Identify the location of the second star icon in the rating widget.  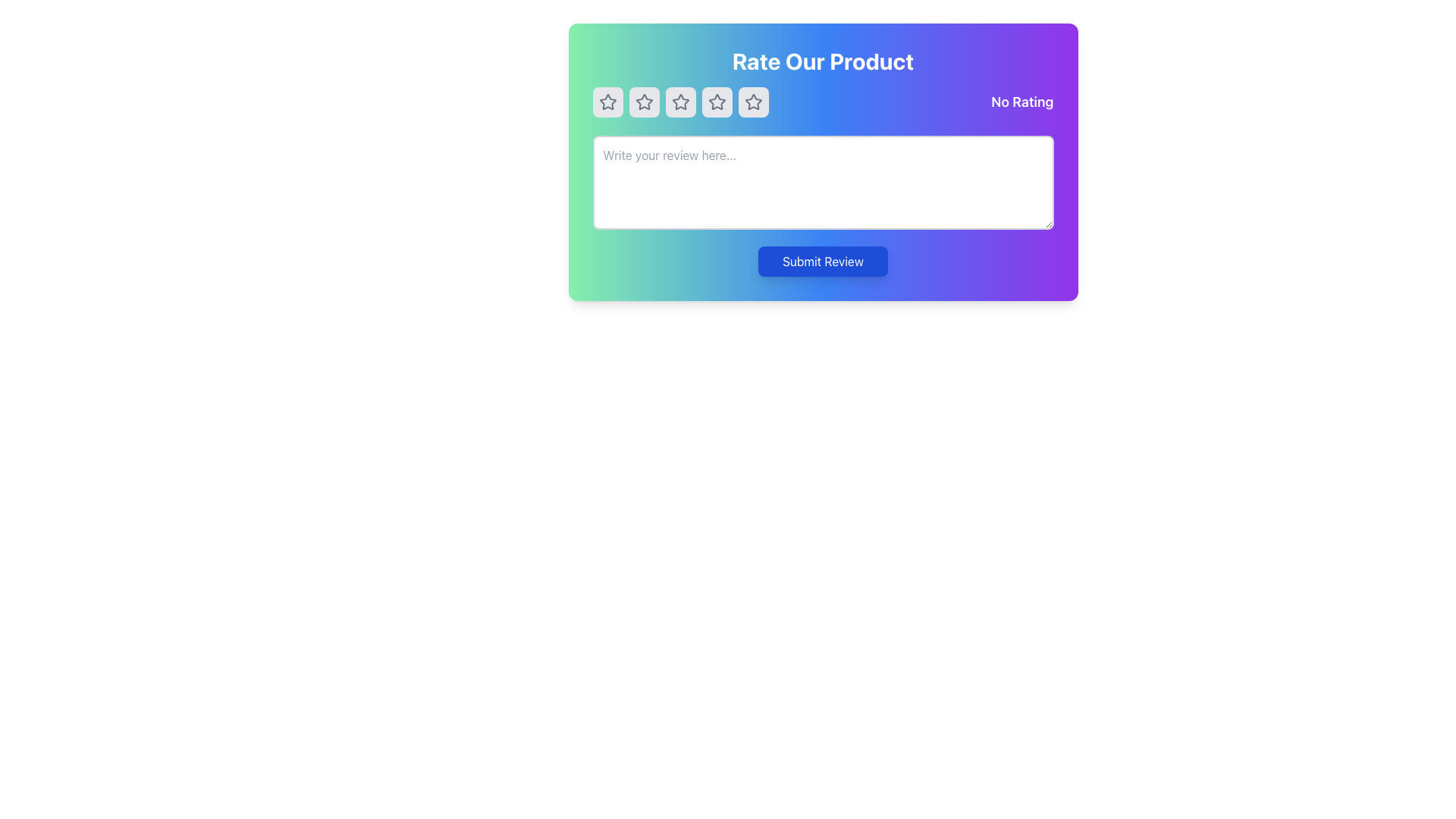
(679, 102).